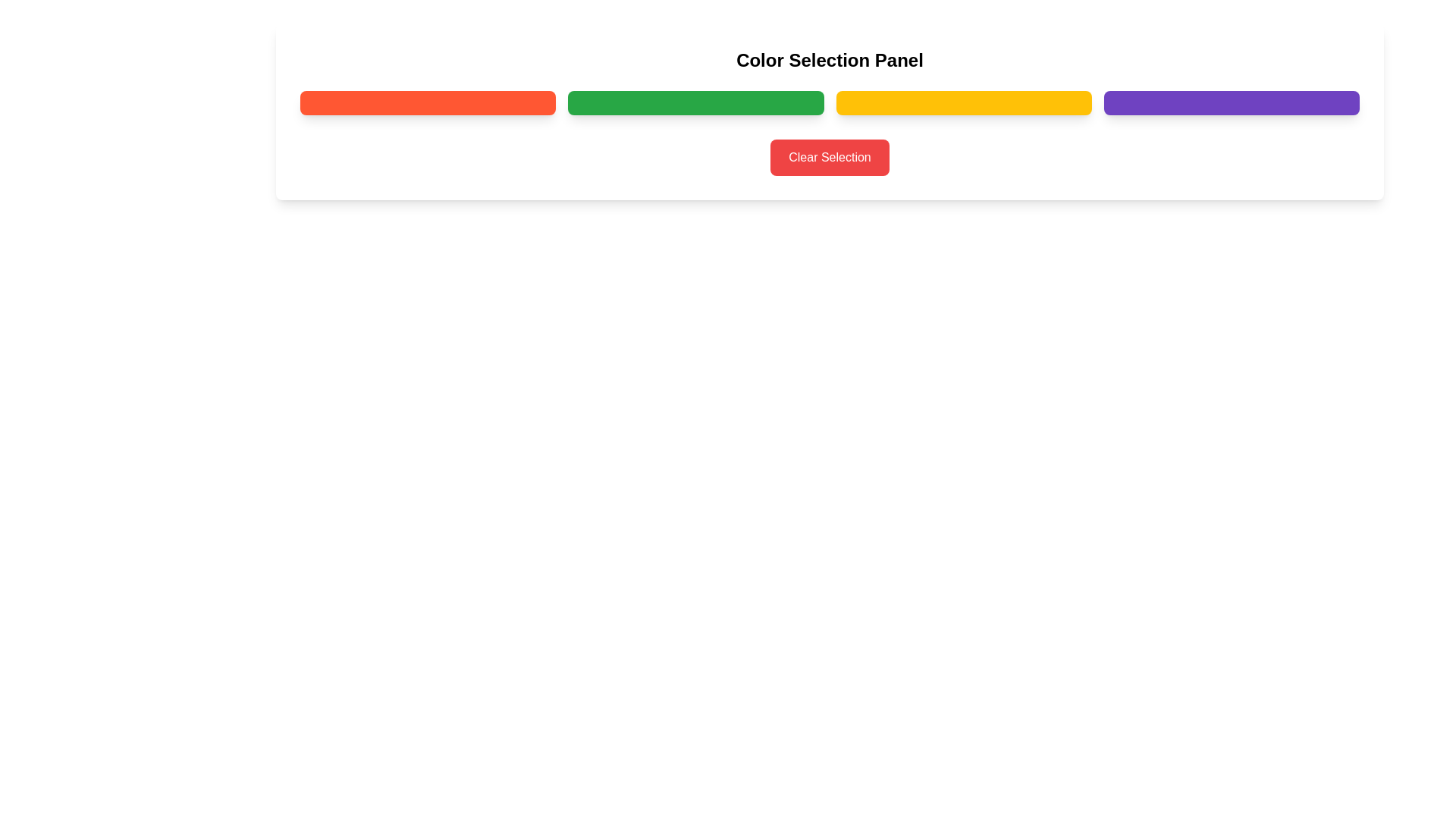  What do you see at coordinates (829, 158) in the screenshot?
I see `the 'Clear Selection' button, which is a rectangular button with white text on a red background, located centrally below the color selection panel` at bounding box center [829, 158].